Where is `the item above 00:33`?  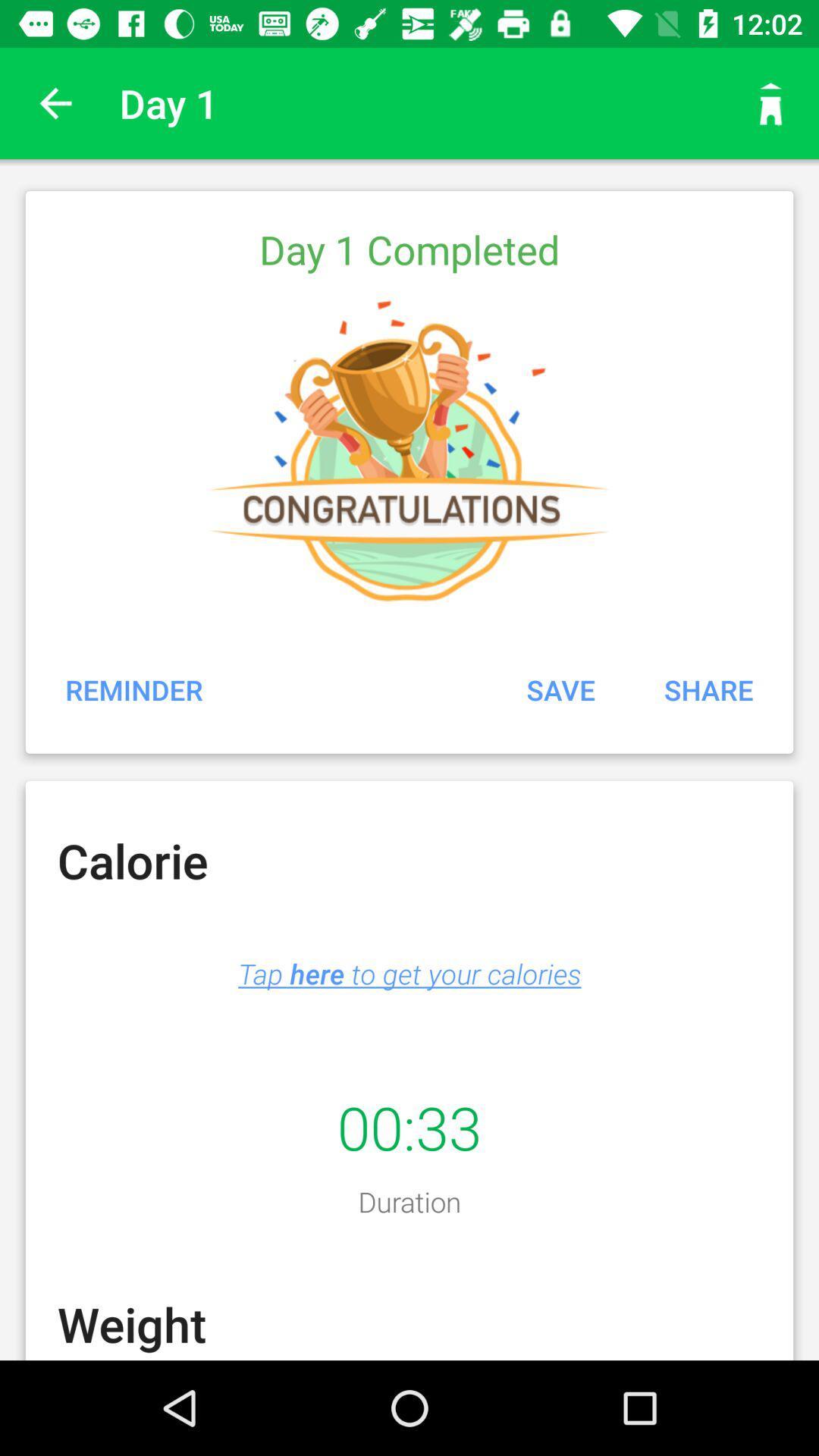
the item above 00:33 is located at coordinates (409, 974).